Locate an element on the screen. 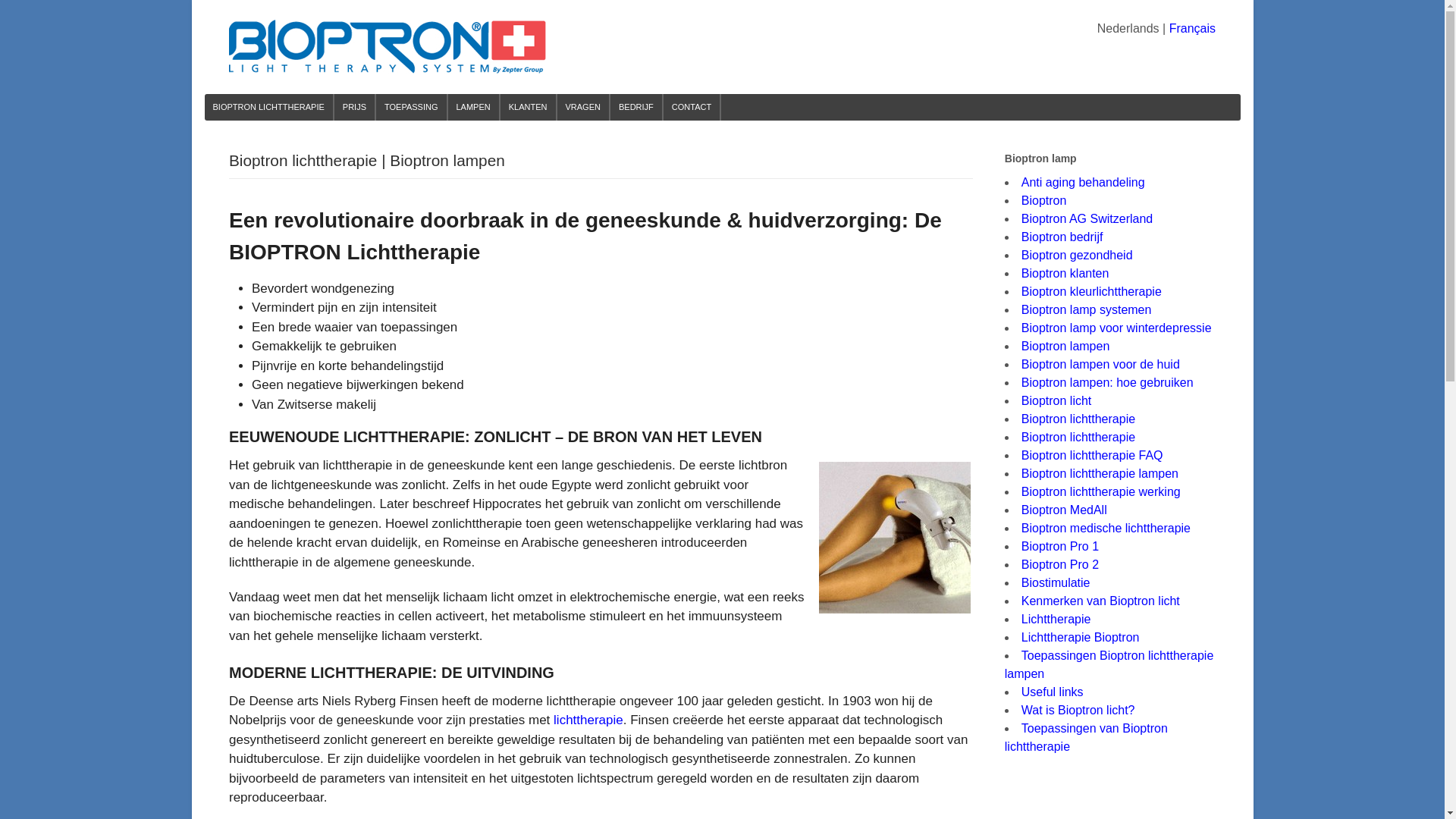 Image resolution: width=1456 pixels, height=819 pixels. 'Bioptron lampen: hoe gebruiken' is located at coordinates (1107, 381).